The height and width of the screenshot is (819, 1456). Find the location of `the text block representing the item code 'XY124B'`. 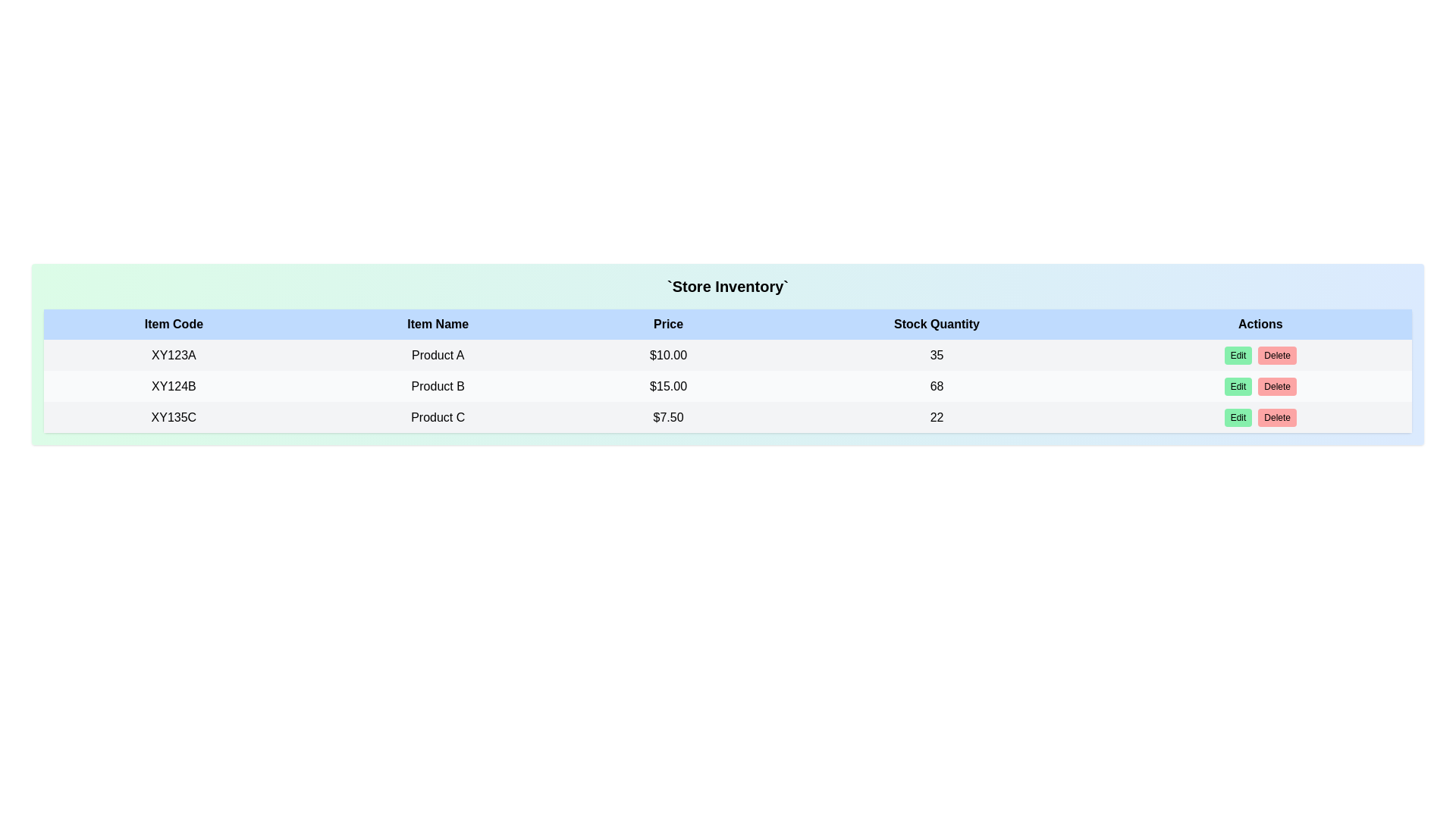

the text block representing the item code 'XY124B' is located at coordinates (174, 385).